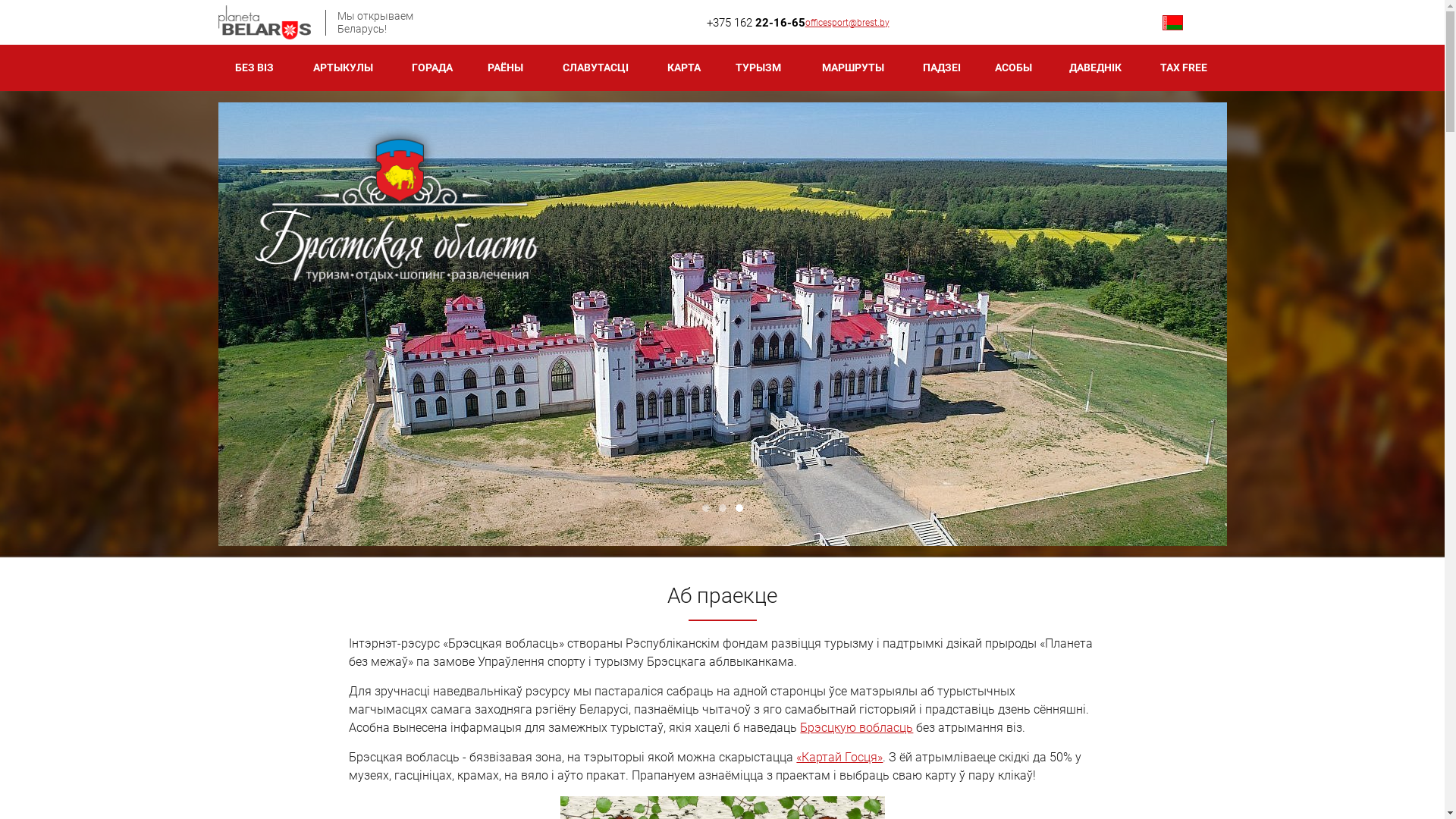  What do you see at coordinates (1182, 67) in the screenshot?
I see `'TAX FREE'` at bounding box center [1182, 67].